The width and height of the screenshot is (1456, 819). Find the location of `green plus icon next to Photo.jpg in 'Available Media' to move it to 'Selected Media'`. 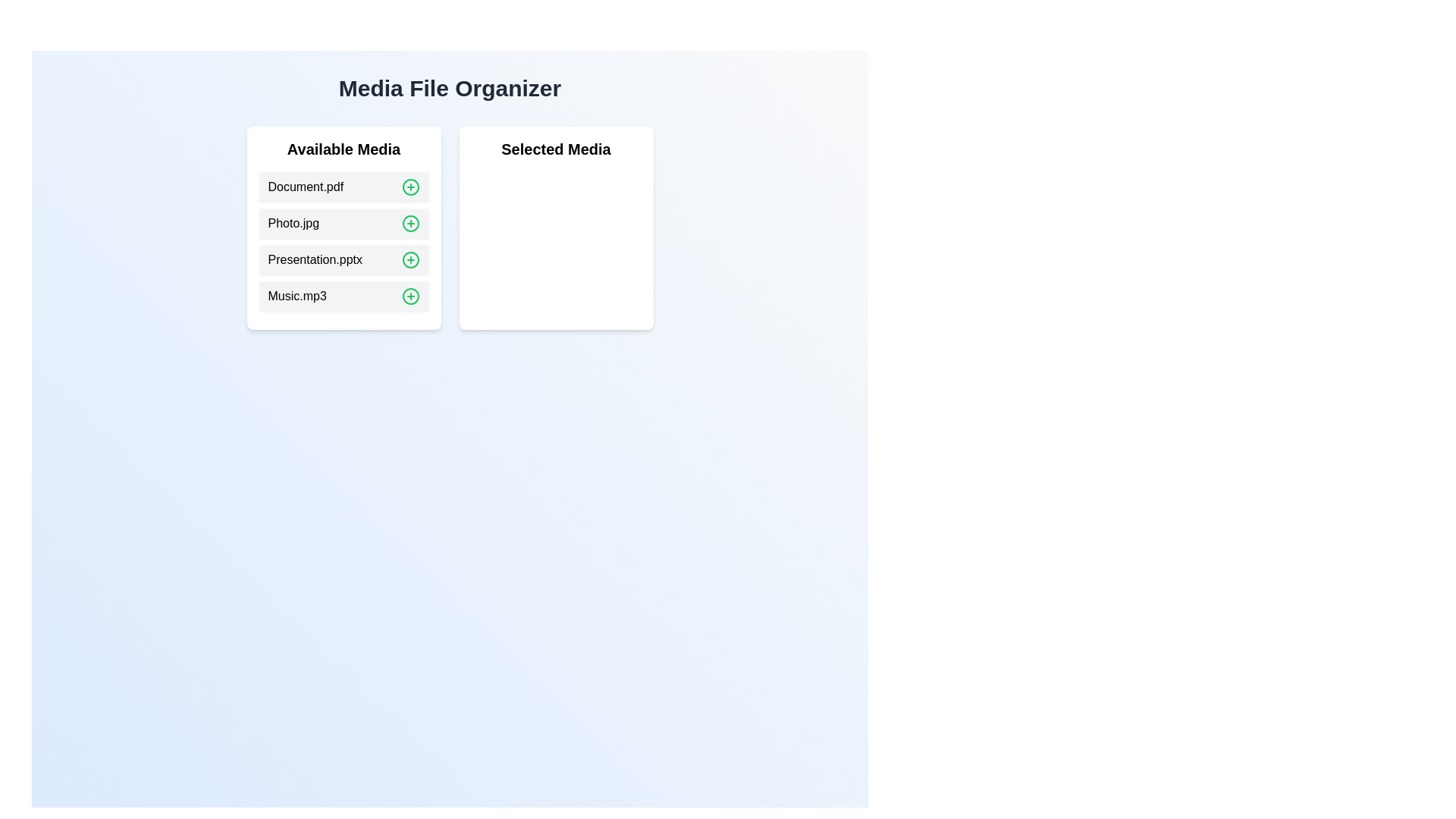

green plus icon next to Photo.jpg in 'Available Media' to move it to 'Selected Media' is located at coordinates (410, 223).